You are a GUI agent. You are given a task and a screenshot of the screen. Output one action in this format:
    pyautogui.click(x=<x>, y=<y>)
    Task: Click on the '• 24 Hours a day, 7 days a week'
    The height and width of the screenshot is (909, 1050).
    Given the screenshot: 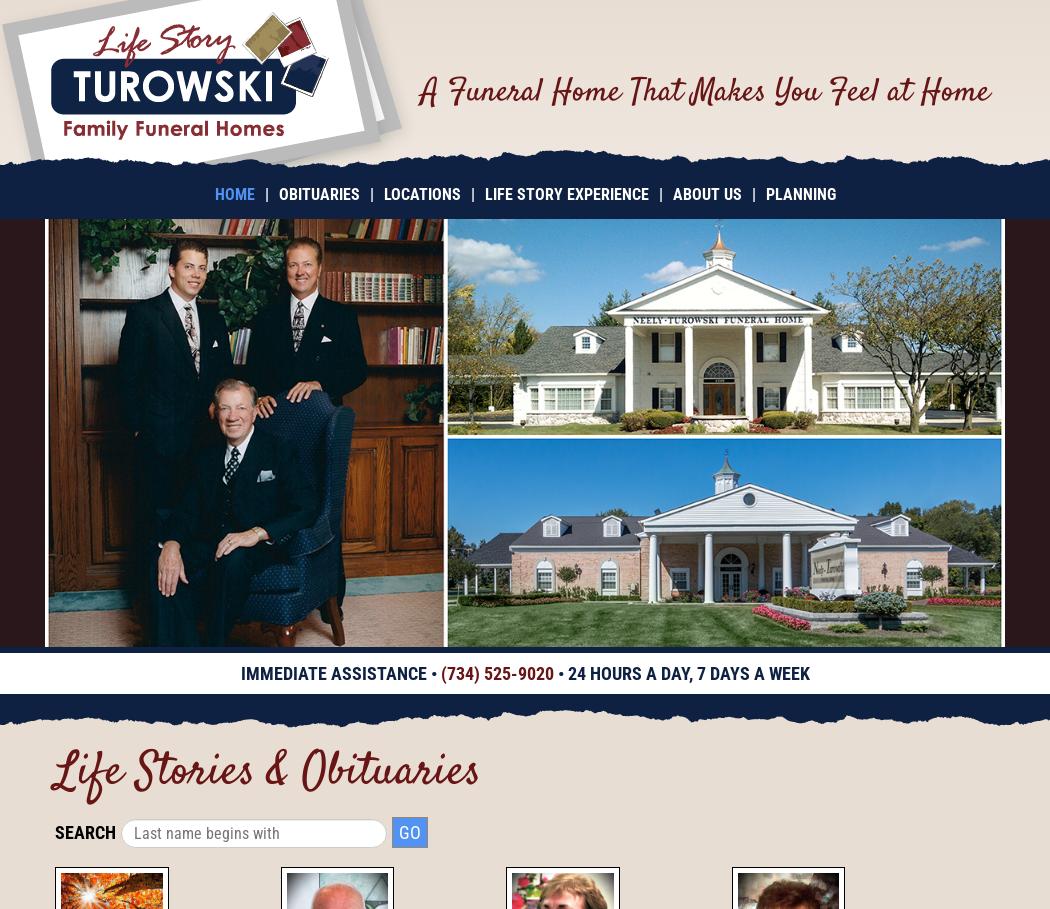 What is the action you would take?
    pyautogui.click(x=681, y=673)
    